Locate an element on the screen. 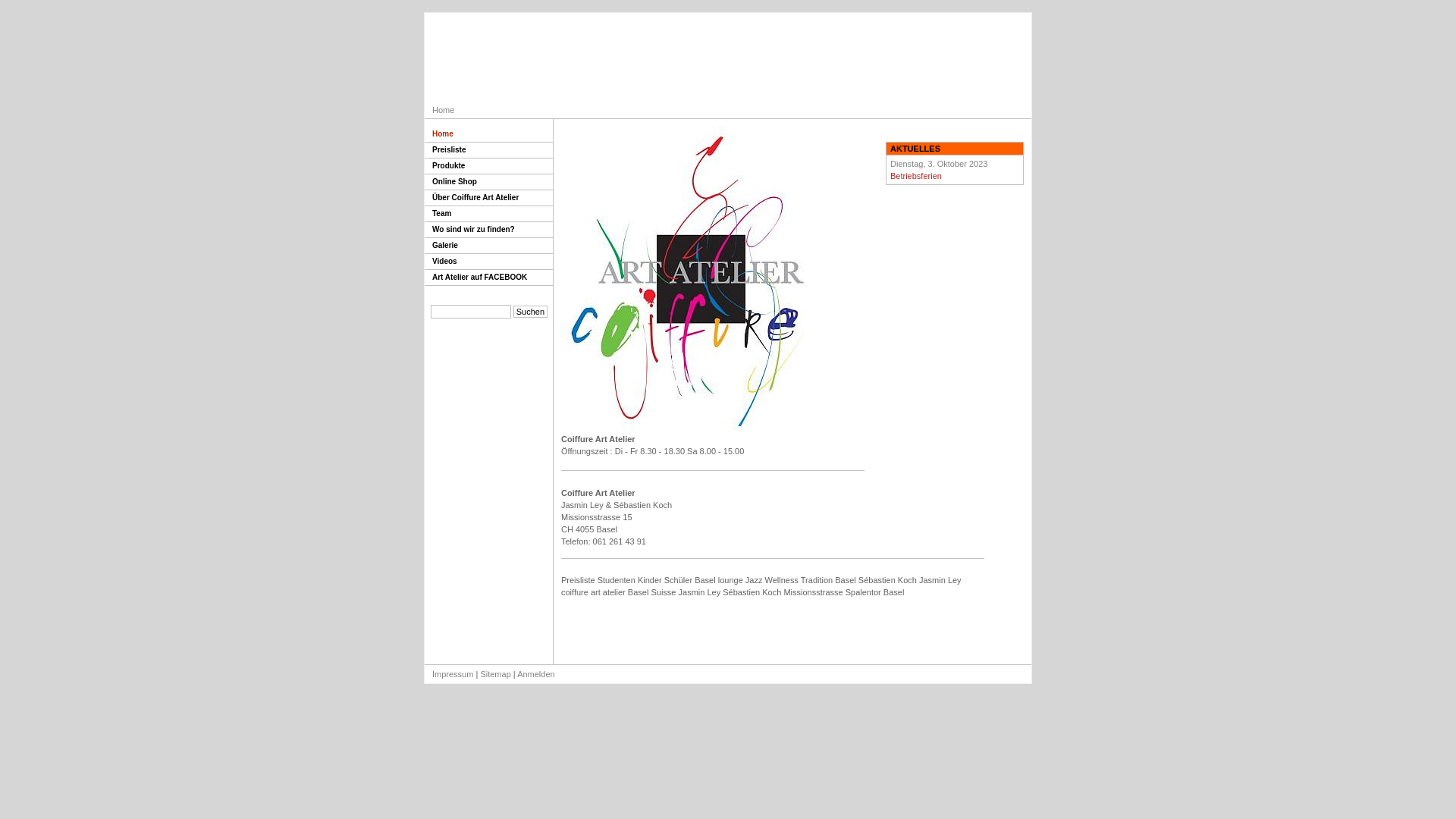 Image resolution: width=1456 pixels, height=819 pixels. 'lounge' is located at coordinates (730, 579).